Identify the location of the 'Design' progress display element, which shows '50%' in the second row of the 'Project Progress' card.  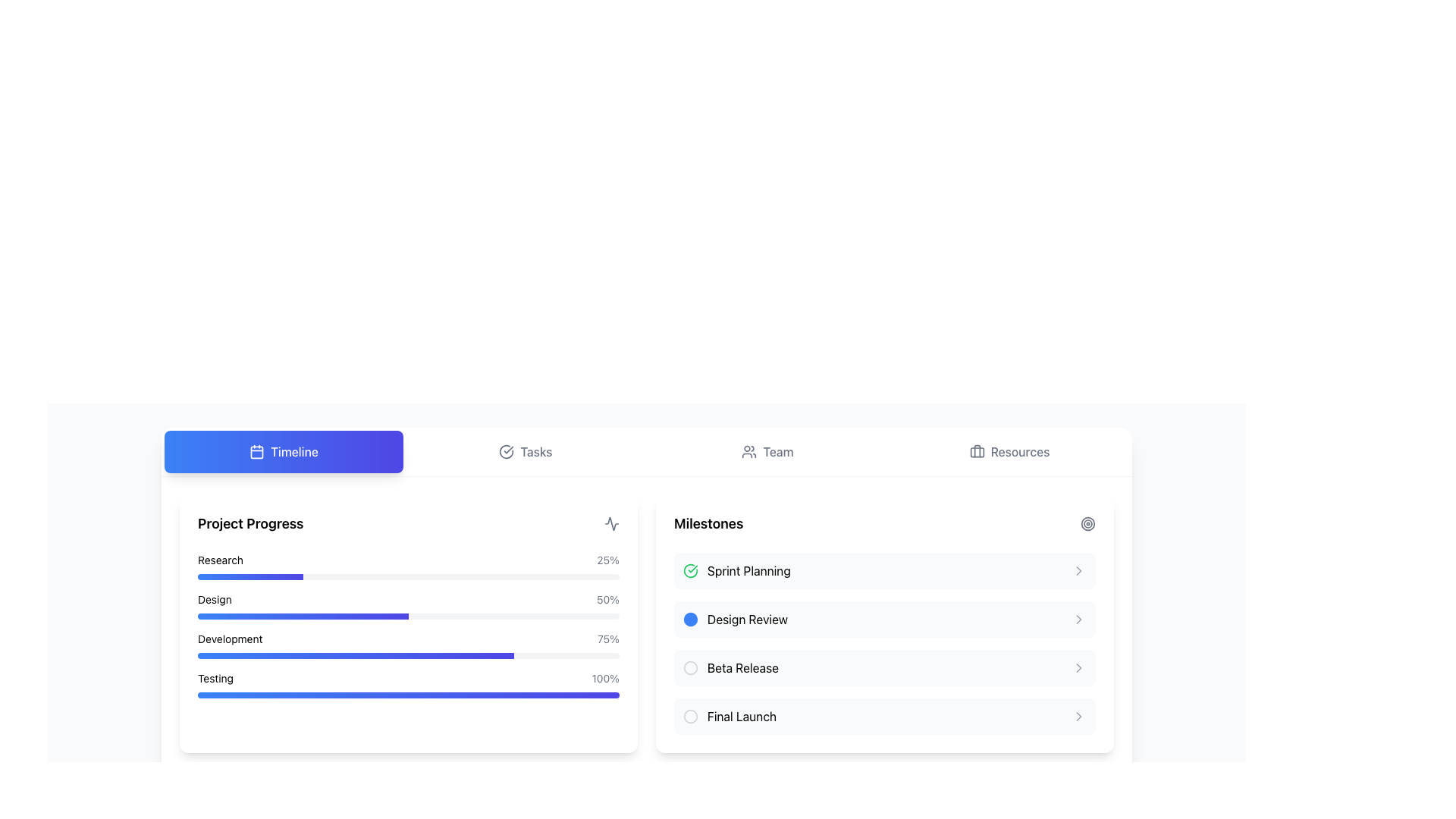
(408, 598).